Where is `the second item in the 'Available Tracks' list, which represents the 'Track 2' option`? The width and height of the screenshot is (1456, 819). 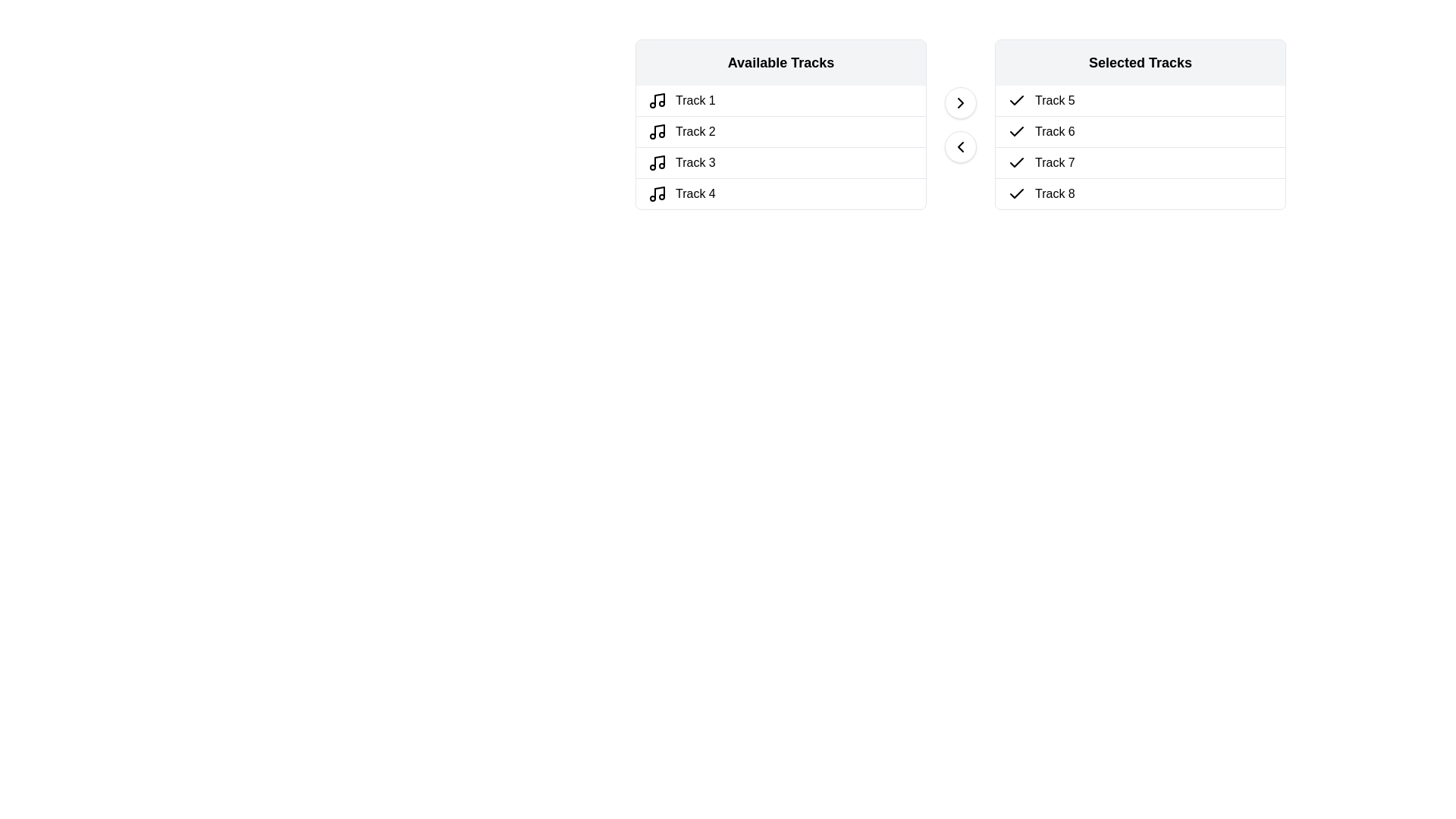 the second item in the 'Available Tracks' list, which represents the 'Track 2' option is located at coordinates (781, 130).